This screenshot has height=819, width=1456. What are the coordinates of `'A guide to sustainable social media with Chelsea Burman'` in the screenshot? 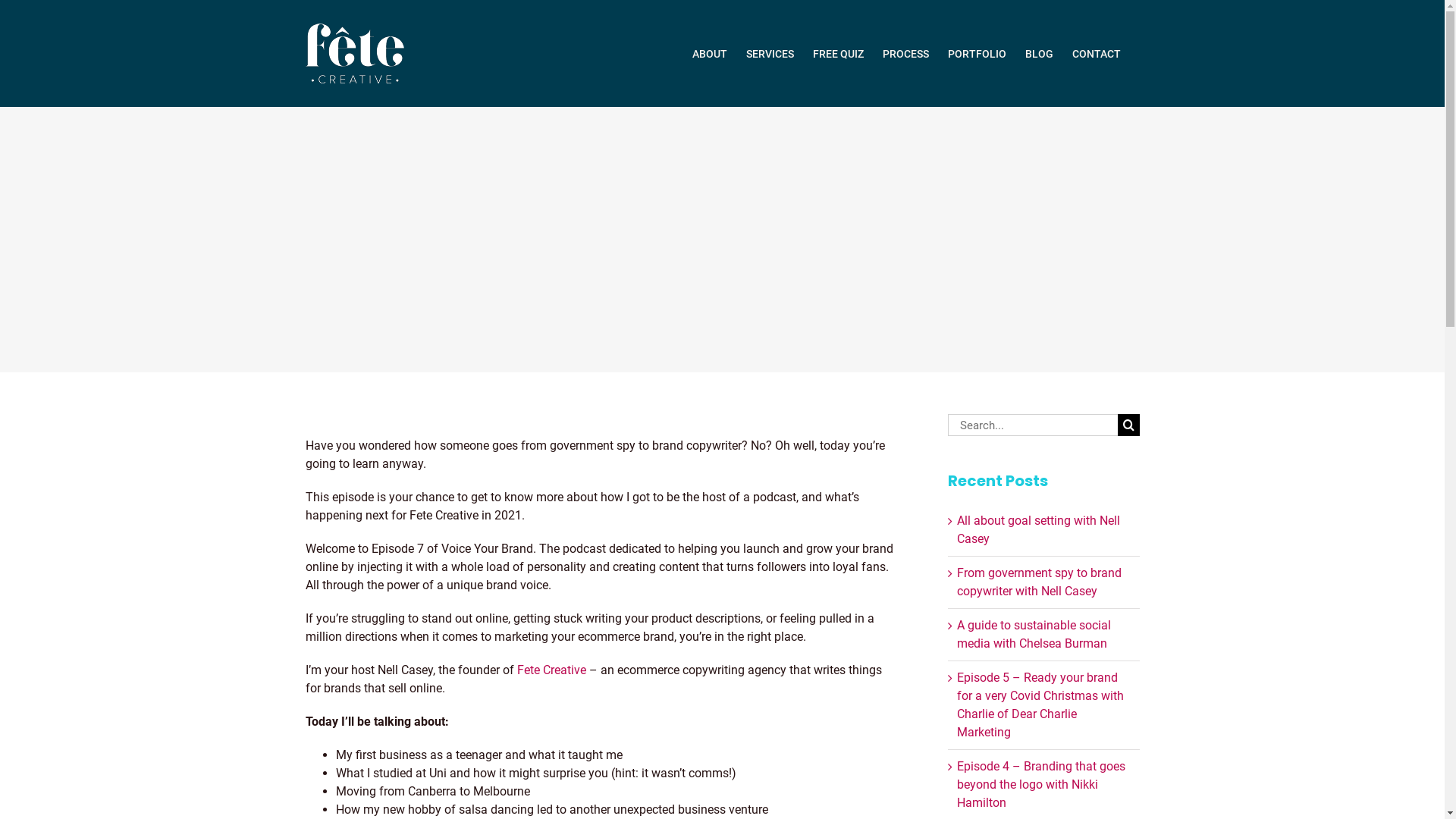 It's located at (1033, 634).